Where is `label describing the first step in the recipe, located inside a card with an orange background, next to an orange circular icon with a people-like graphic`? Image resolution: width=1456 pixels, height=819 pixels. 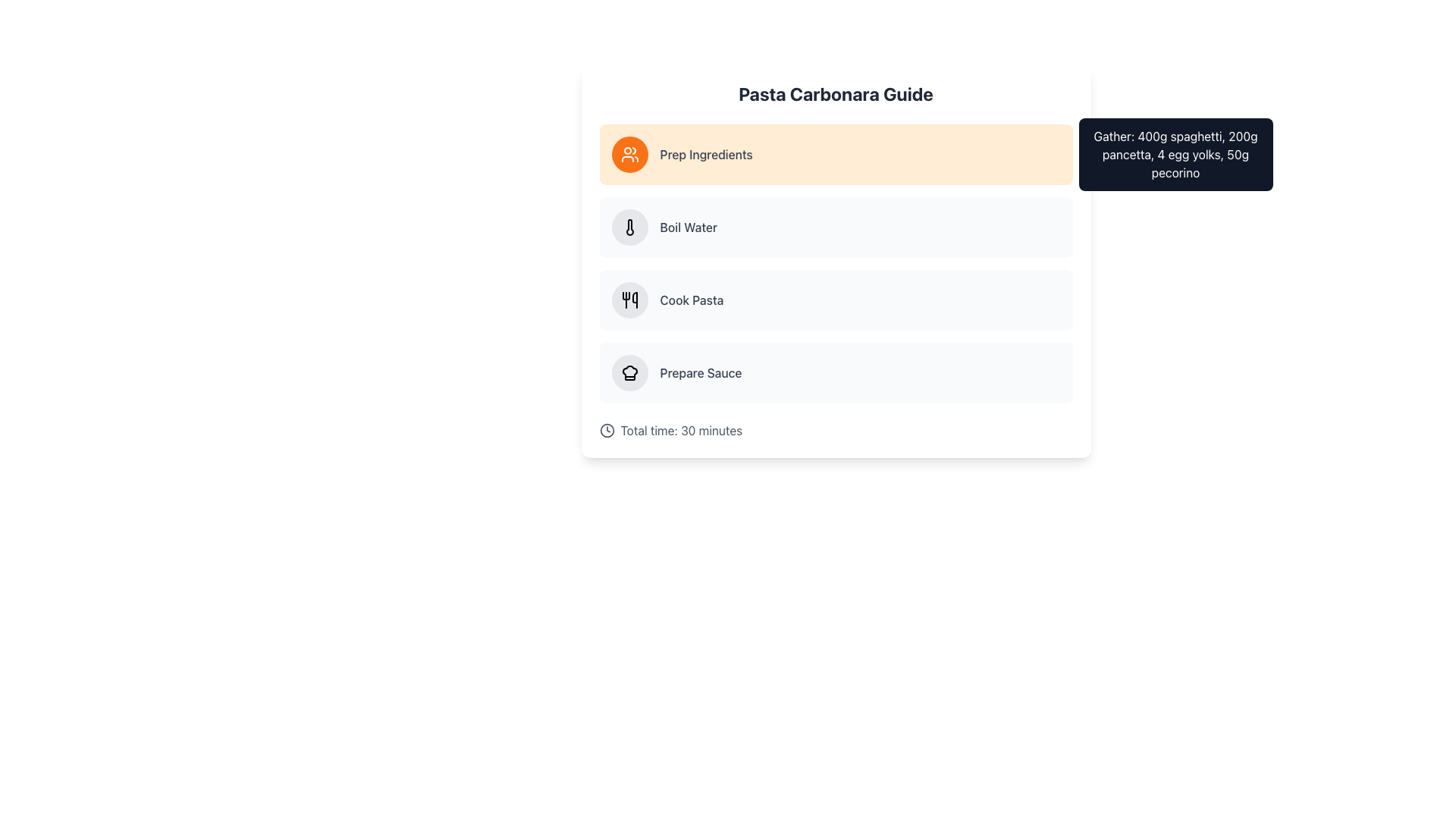
label describing the first step in the recipe, located inside a card with an orange background, next to an orange circular icon with a people-like graphic is located at coordinates (705, 155).